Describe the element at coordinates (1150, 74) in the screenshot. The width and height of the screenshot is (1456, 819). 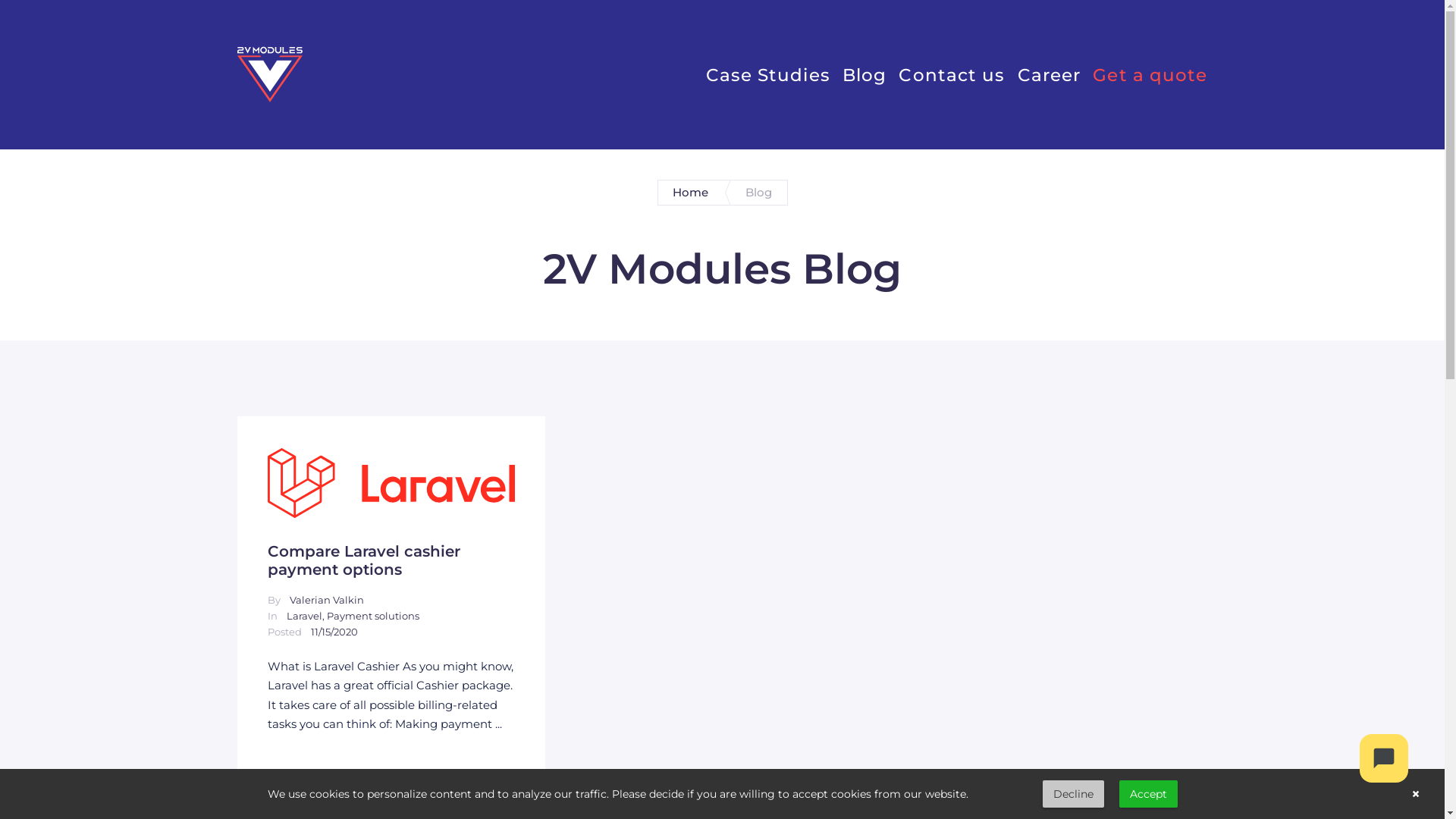
I see `'Get a quote'` at that location.